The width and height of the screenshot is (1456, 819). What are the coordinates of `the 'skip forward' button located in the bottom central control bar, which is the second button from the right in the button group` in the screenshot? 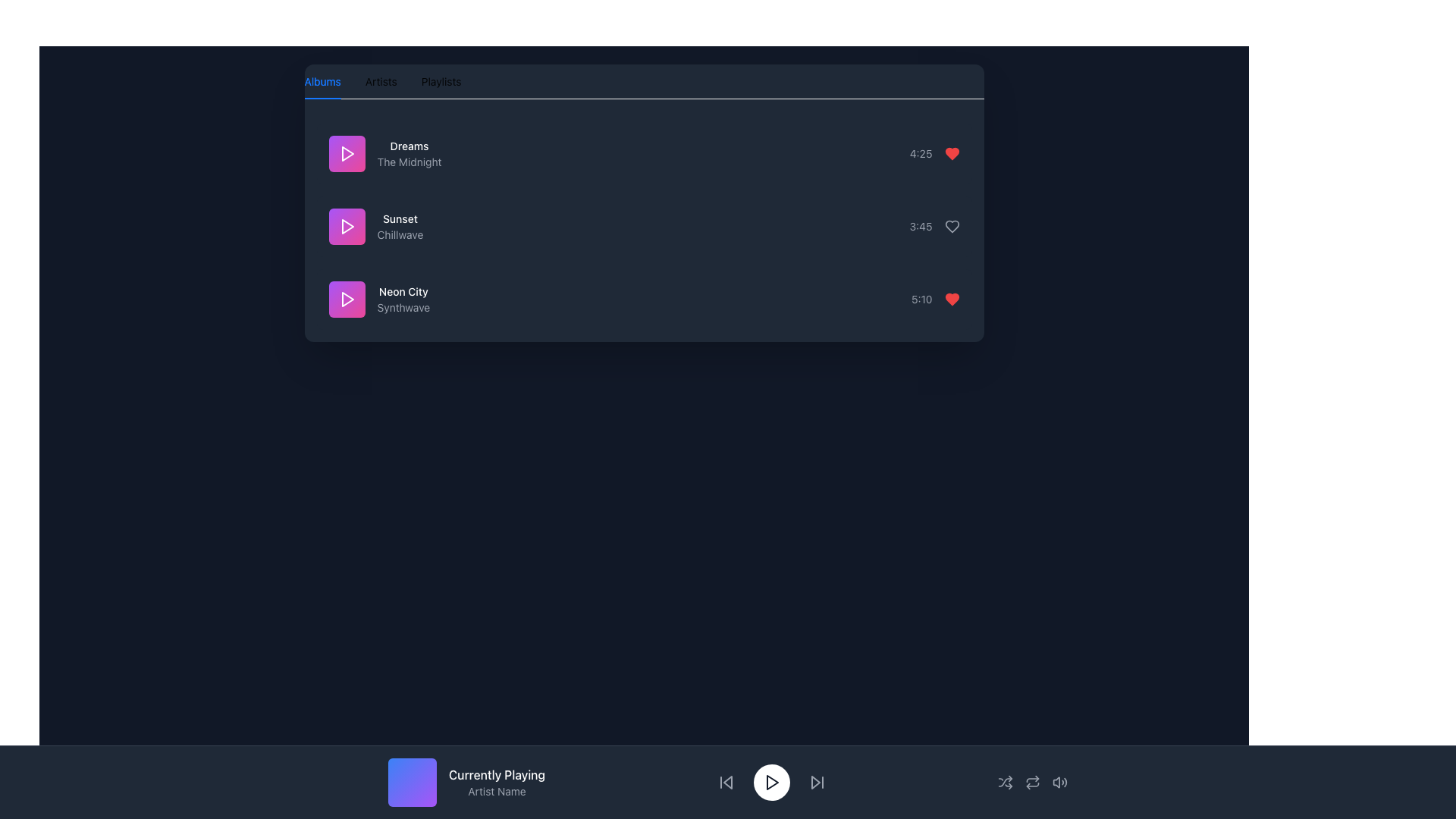 It's located at (814, 783).